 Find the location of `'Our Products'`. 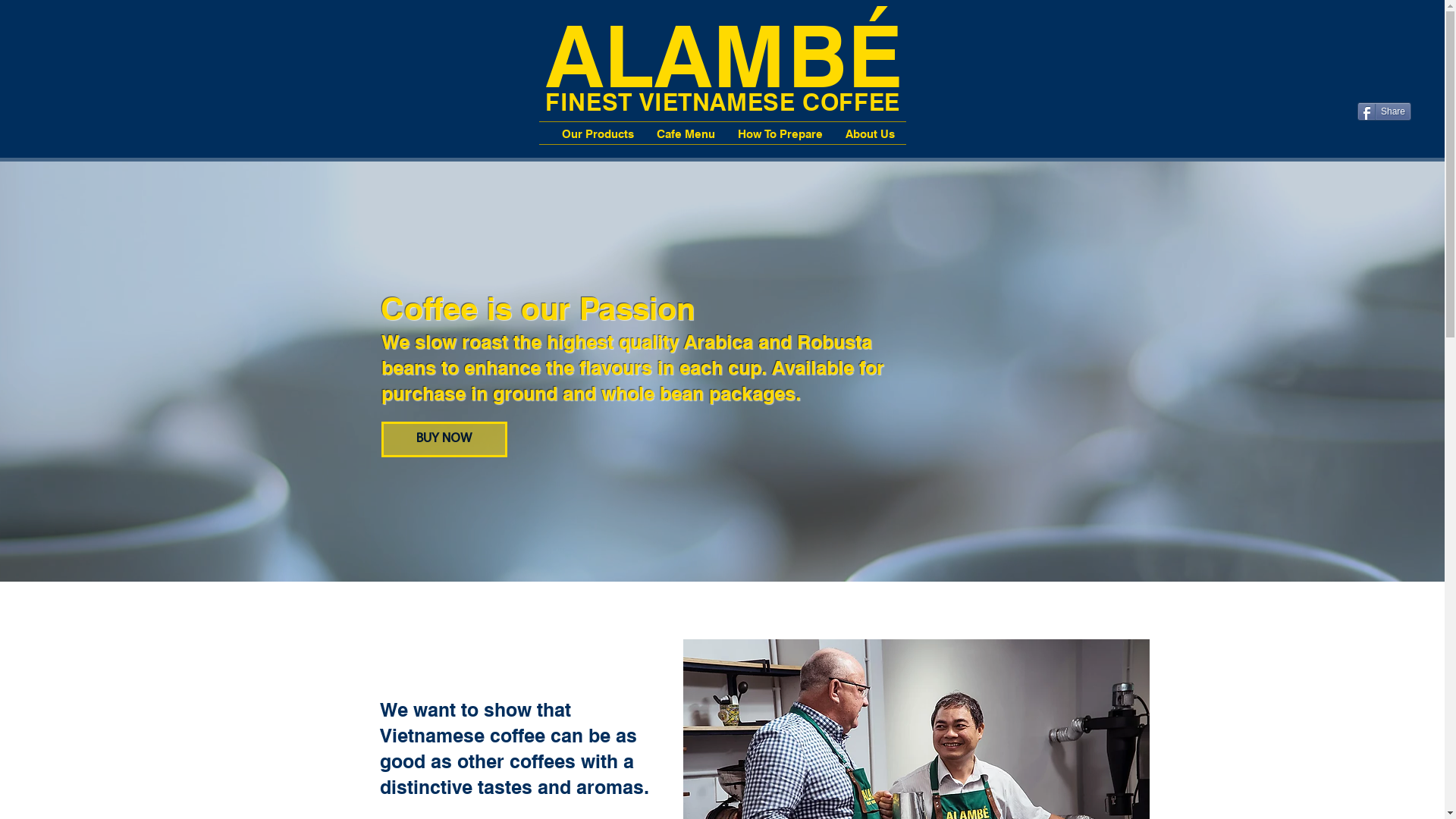

'Our Products' is located at coordinates (597, 131).